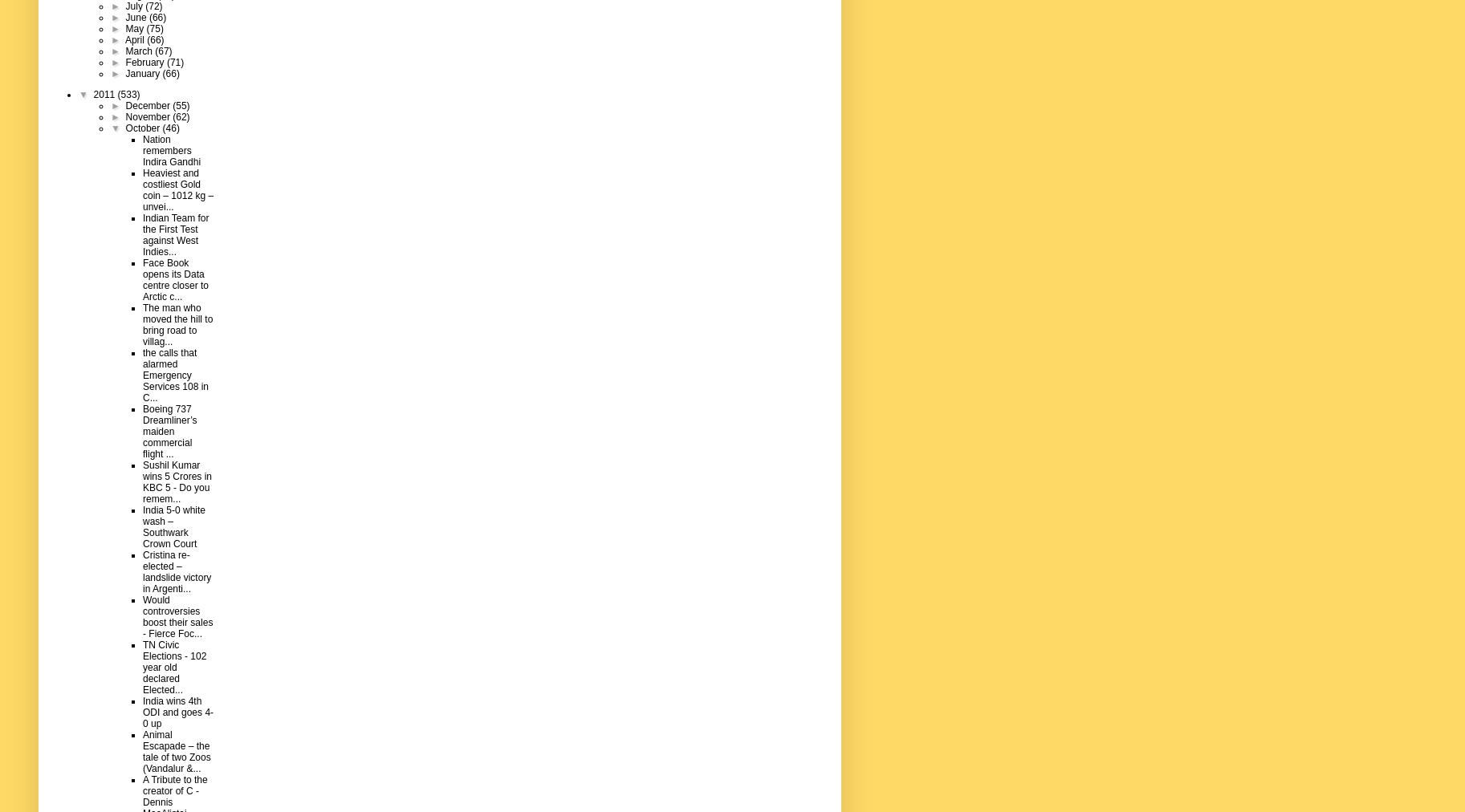  Describe the element at coordinates (154, 27) in the screenshot. I see `'(75)'` at that location.